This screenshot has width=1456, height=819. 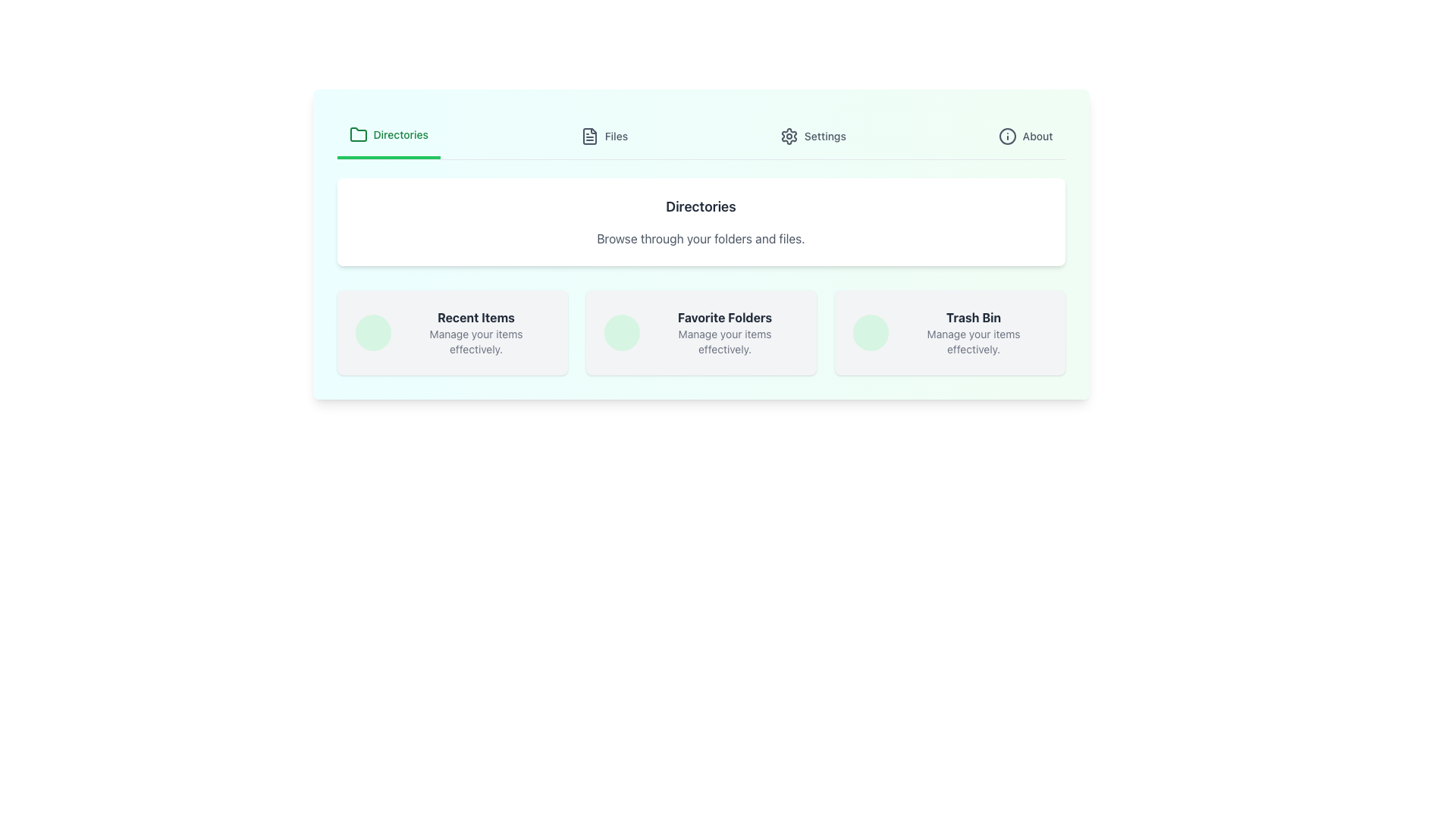 I want to click on text label that says 'Manage your items effectively.' located under the 'Trash Bin' heading within the rightmost card, so click(x=974, y=342).